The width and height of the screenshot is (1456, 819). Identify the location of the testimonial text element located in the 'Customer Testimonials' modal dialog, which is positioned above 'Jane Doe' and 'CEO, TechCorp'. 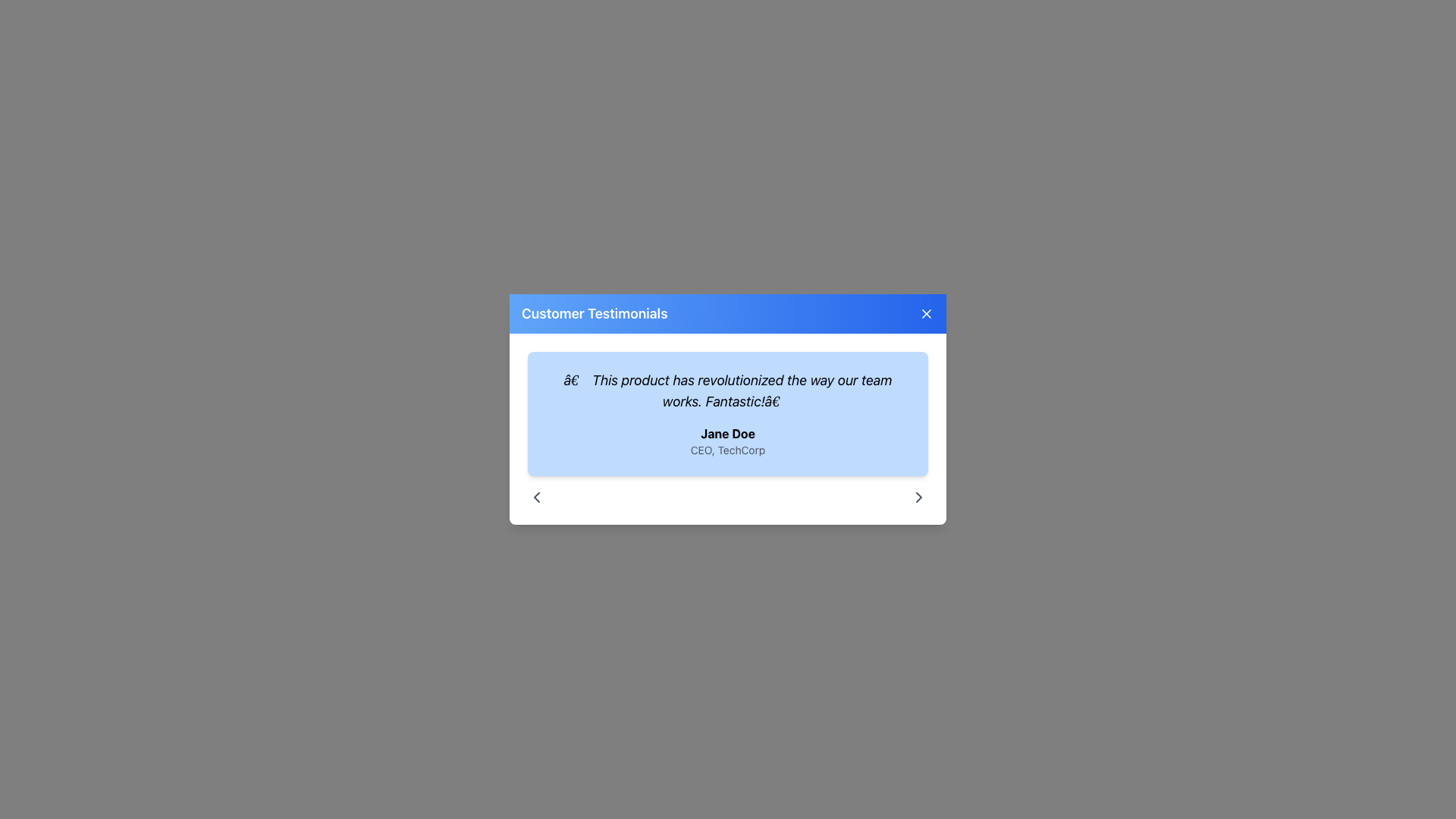
(728, 391).